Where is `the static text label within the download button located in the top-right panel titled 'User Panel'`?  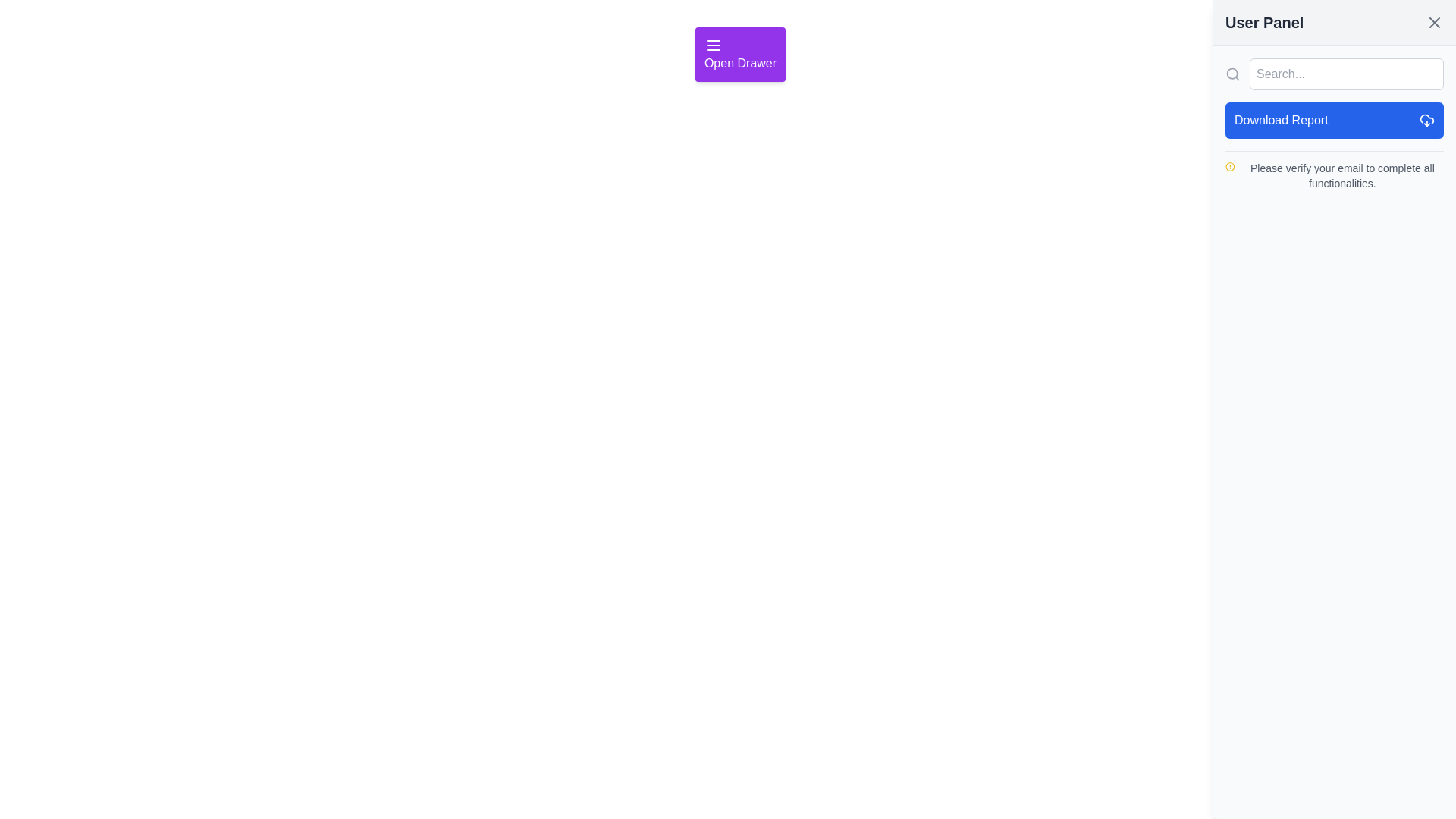 the static text label within the download button located in the top-right panel titled 'User Panel' is located at coordinates (1280, 119).